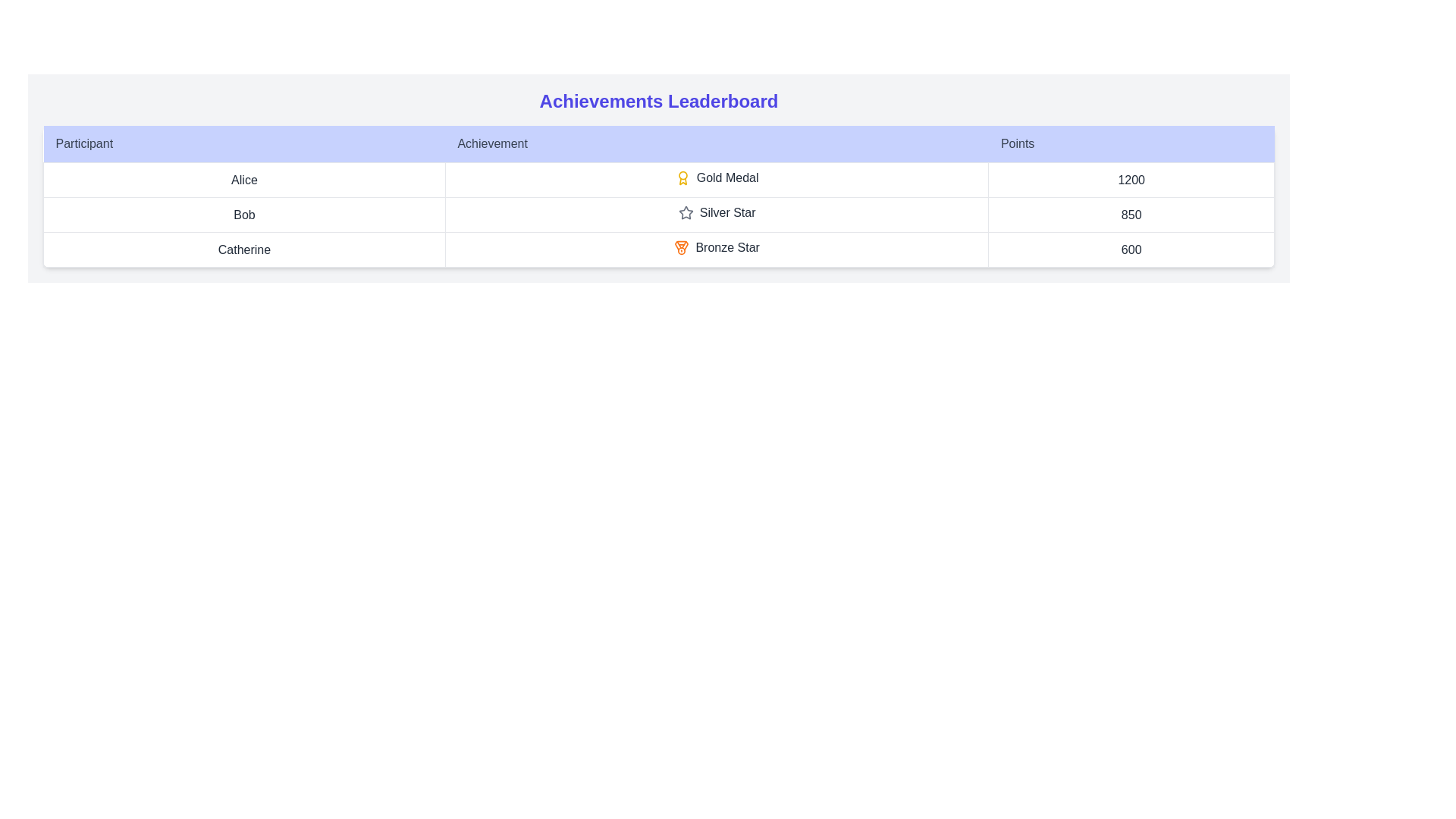 This screenshot has width=1456, height=819. What do you see at coordinates (1131, 249) in the screenshot?
I see `the text element displaying '600', which is styled with a gray font and located in the last row and last column of the 'Achievements Leaderboard' table for participant 'Catherine'` at bounding box center [1131, 249].